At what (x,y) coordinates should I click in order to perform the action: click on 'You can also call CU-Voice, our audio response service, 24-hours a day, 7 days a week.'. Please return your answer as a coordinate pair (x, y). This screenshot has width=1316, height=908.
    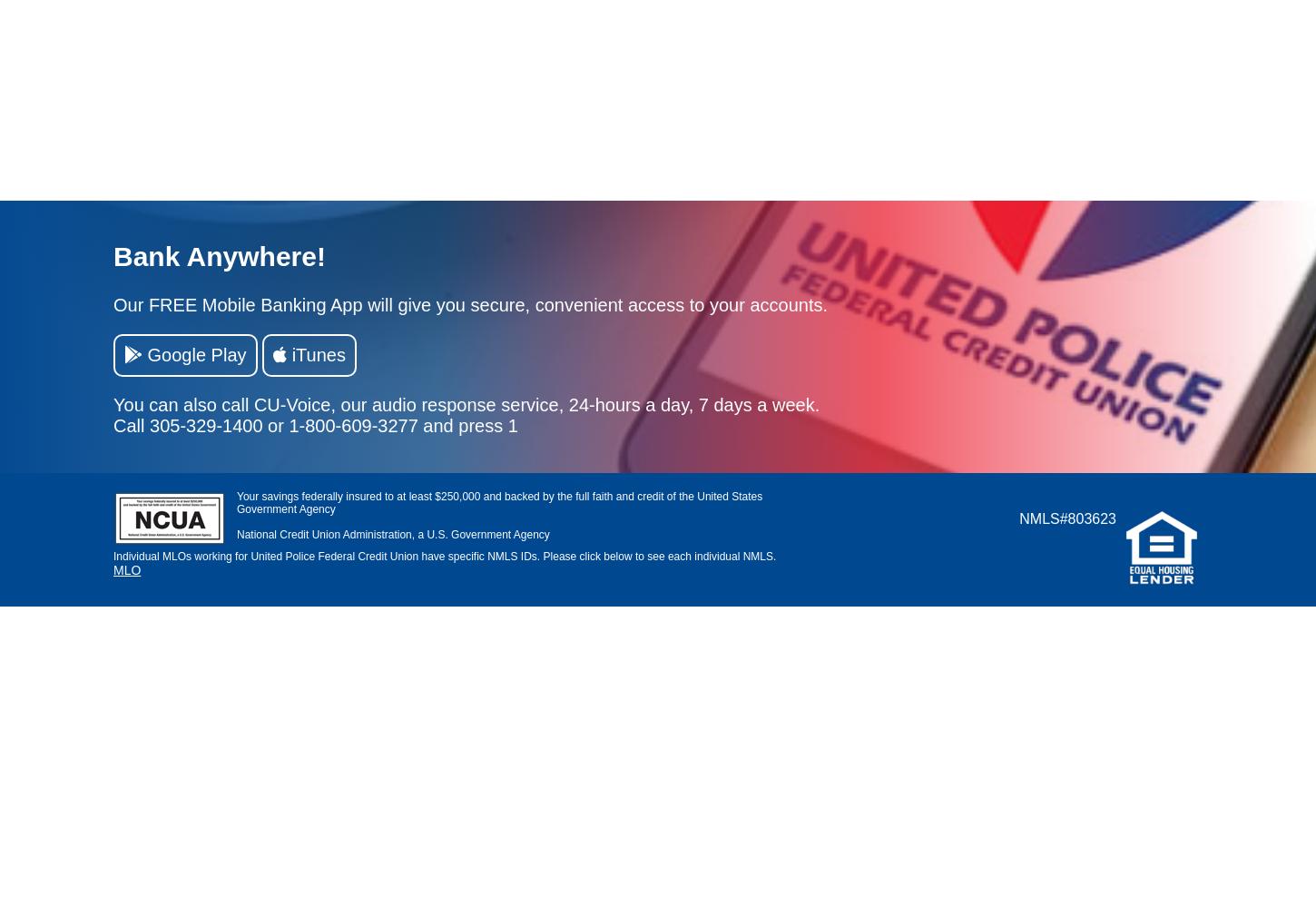
    Looking at the image, I should click on (466, 403).